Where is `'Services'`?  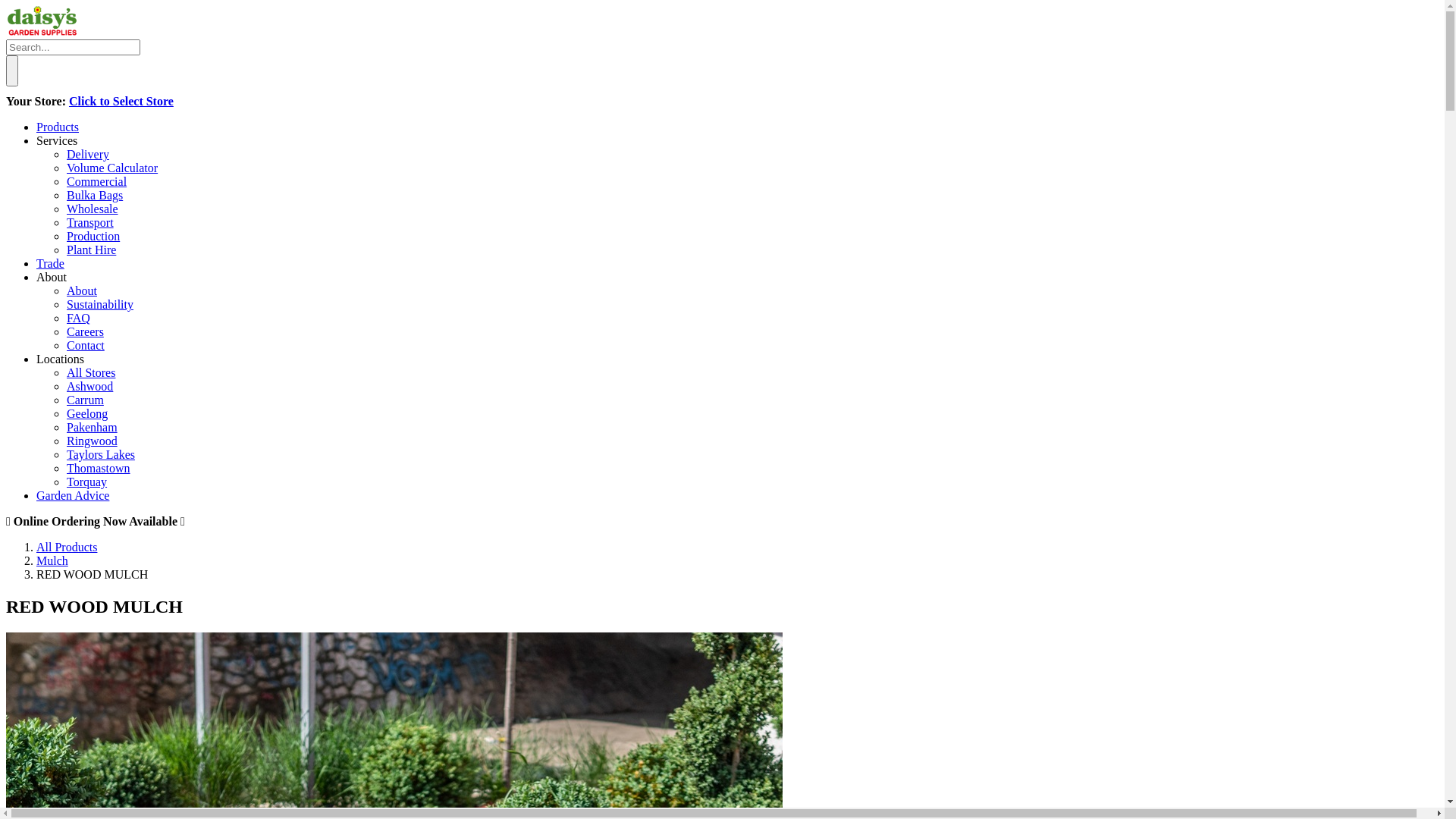 'Services' is located at coordinates (57, 140).